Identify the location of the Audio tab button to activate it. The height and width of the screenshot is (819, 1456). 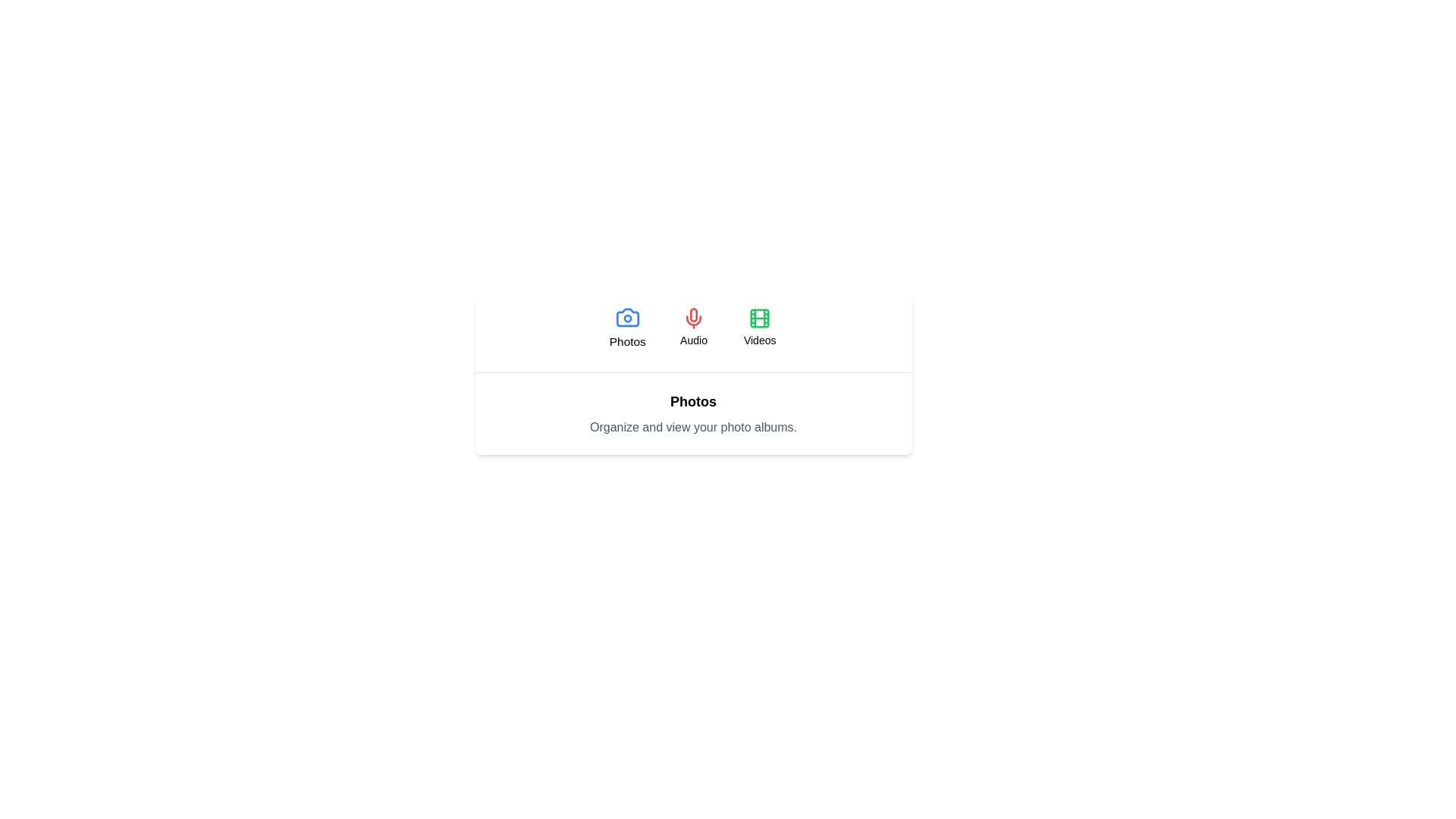
(693, 327).